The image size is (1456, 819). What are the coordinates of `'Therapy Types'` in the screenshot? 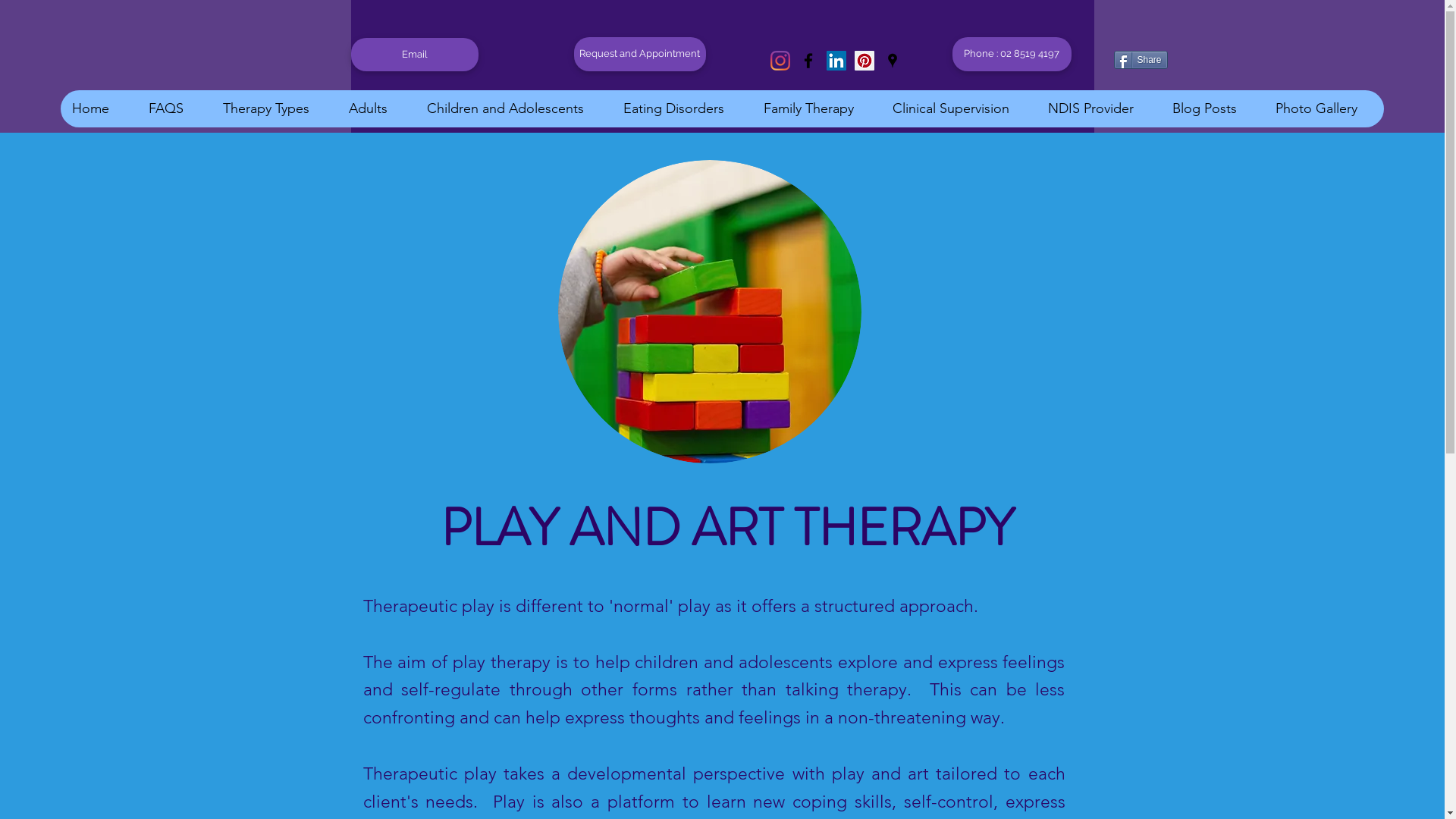 It's located at (273, 108).